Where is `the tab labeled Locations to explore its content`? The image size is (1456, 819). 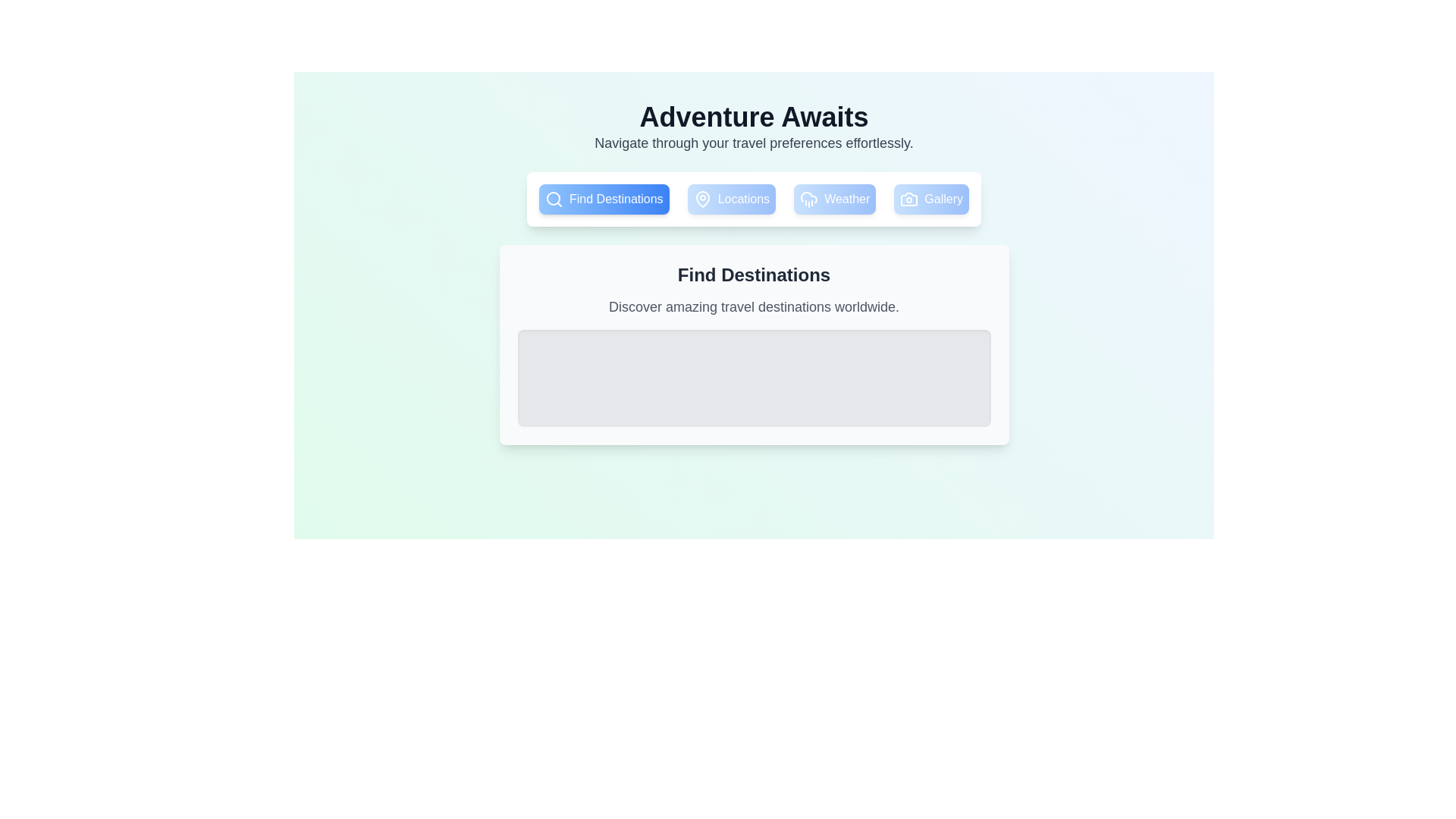 the tab labeled Locations to explore its content is located at coordinates (731, 198).